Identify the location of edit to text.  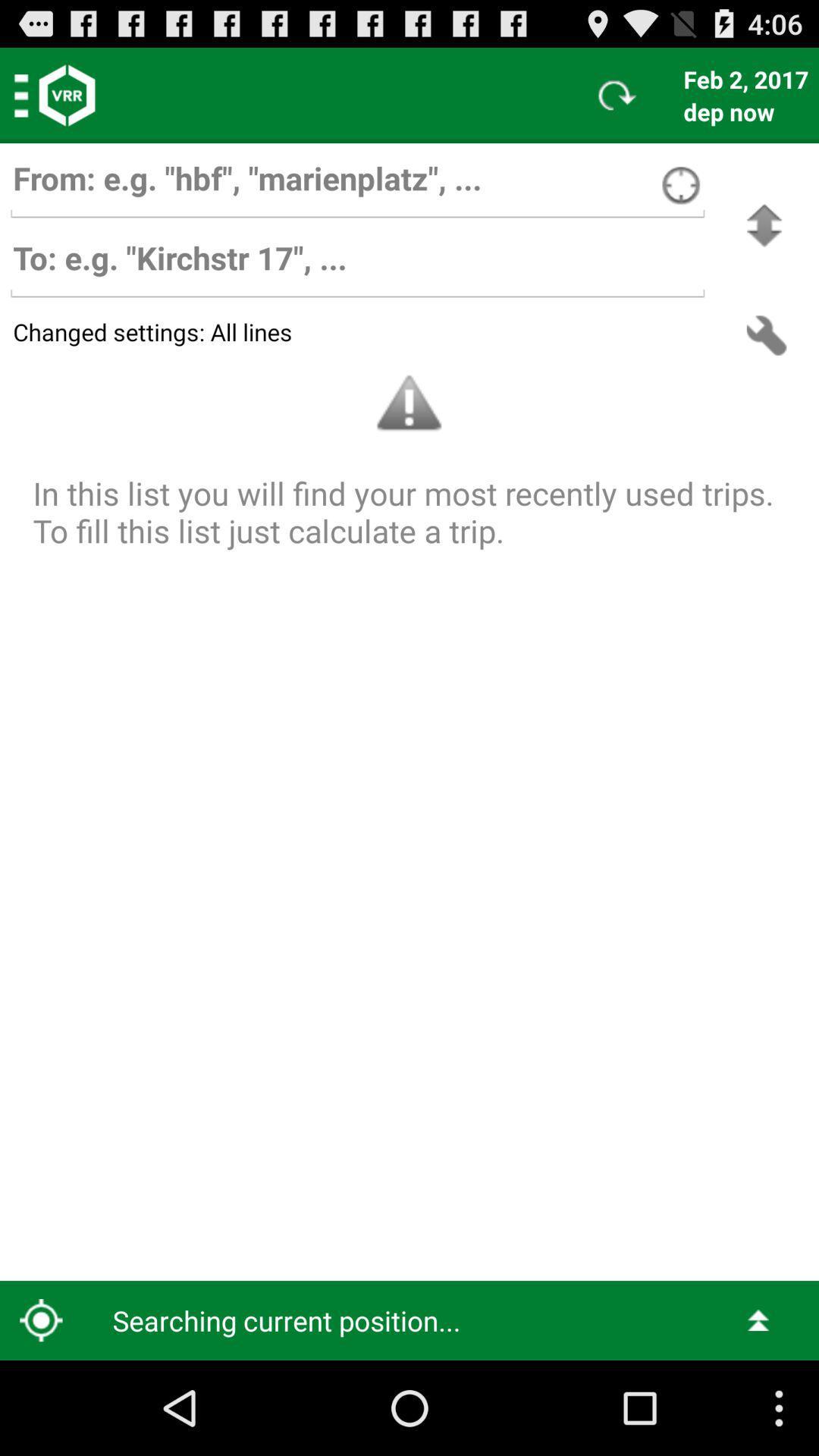
(357, 265).